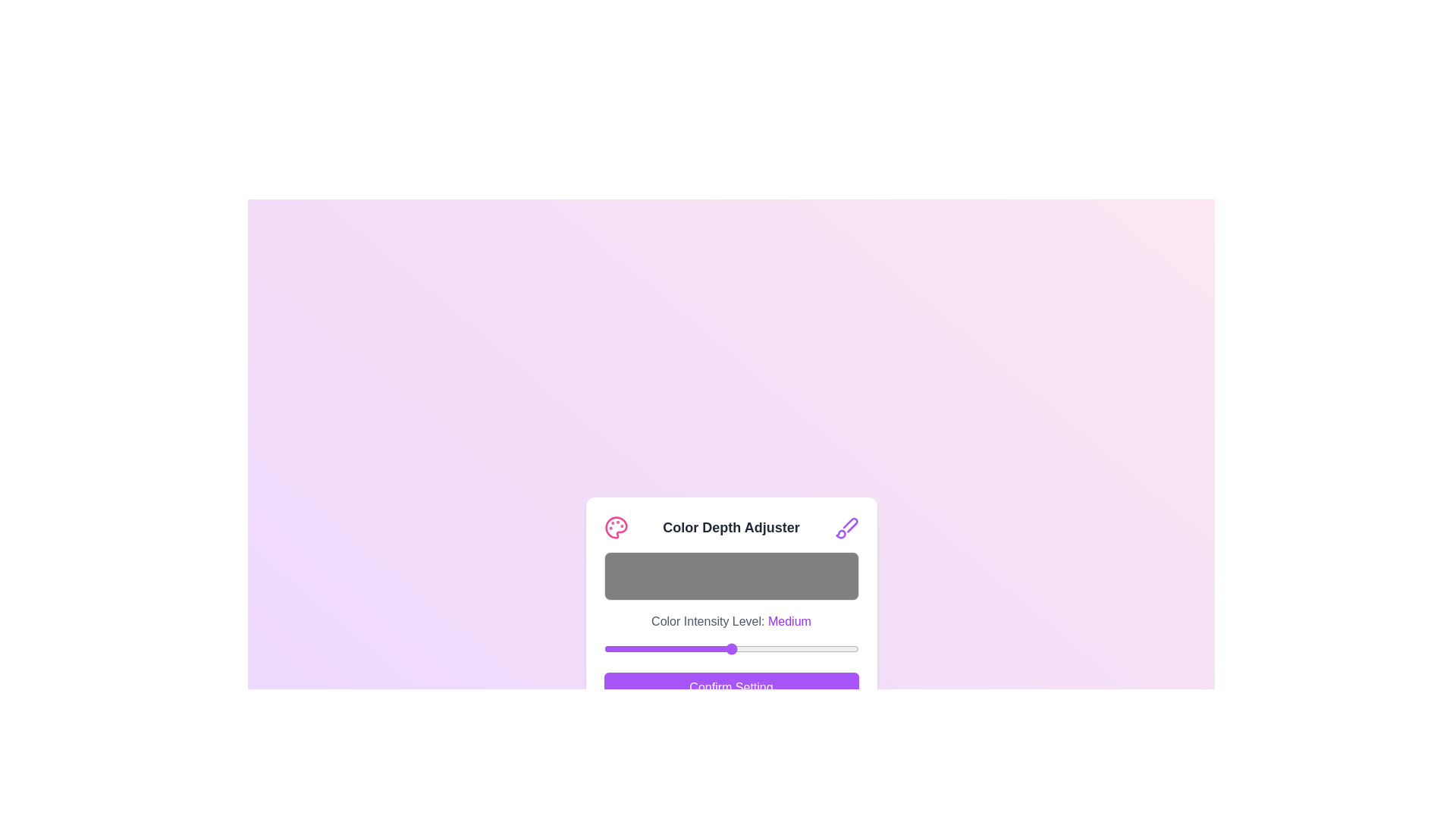 The width and height of the screenshot is (1456, 819). Describe the element at coordinates (797, 648) in the screenshot. I see `the color intensity slider to 194 where 194 is a value between 0 and 255` at that location.